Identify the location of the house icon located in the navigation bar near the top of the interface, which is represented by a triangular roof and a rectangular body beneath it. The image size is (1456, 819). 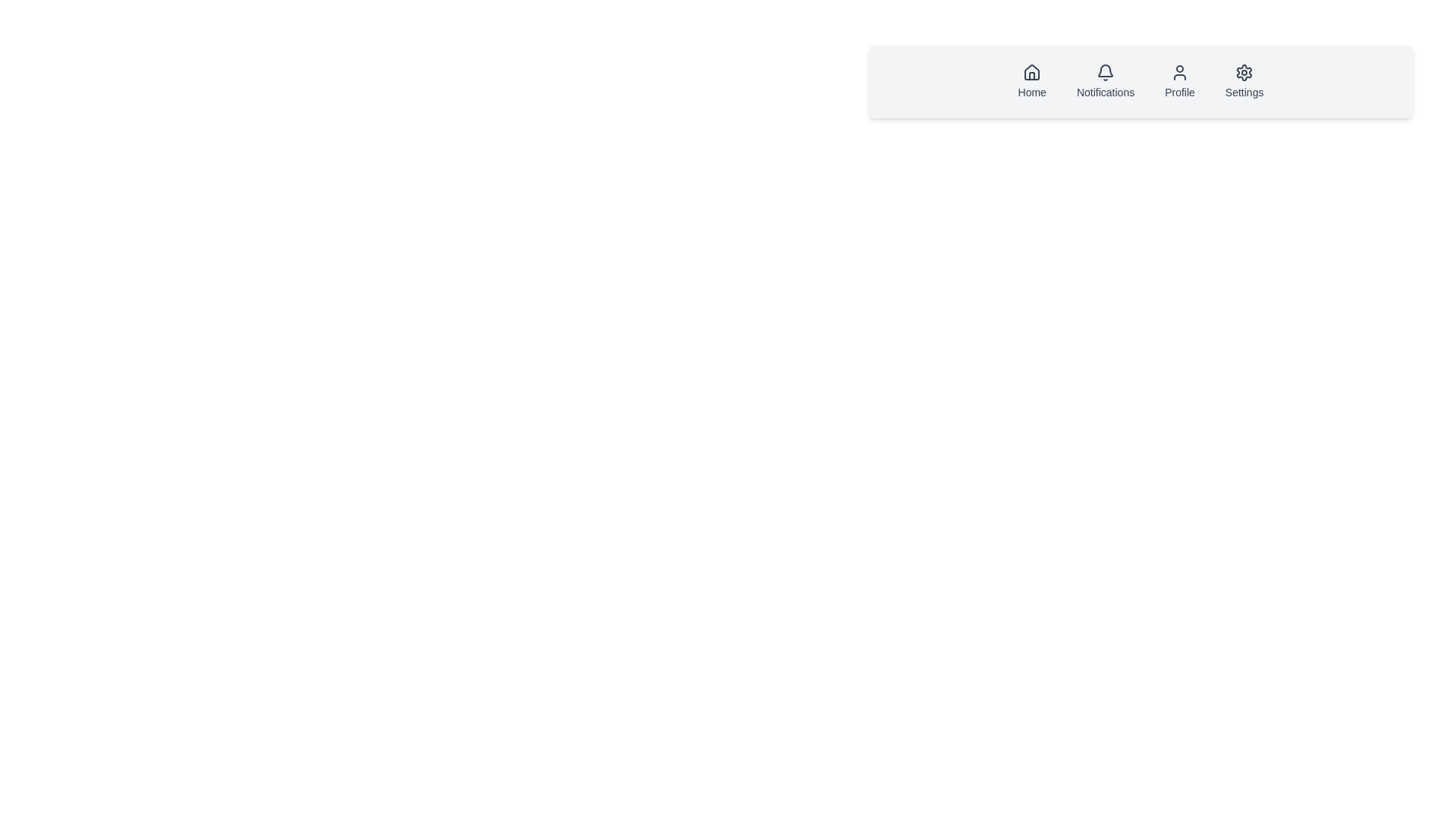
(1031, 72).